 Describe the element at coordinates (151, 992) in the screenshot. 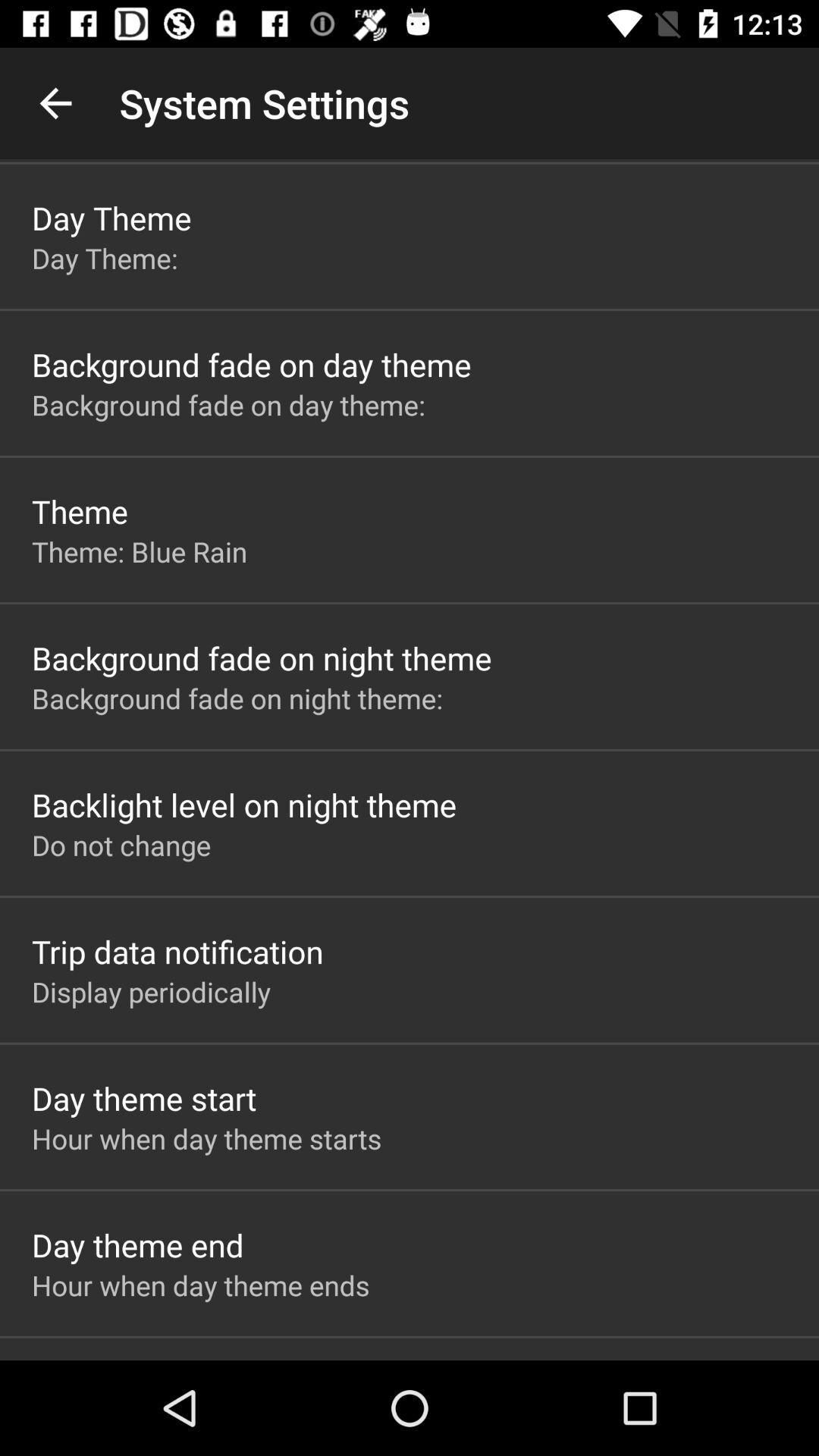

I see `item below the trip data notification` at that location.